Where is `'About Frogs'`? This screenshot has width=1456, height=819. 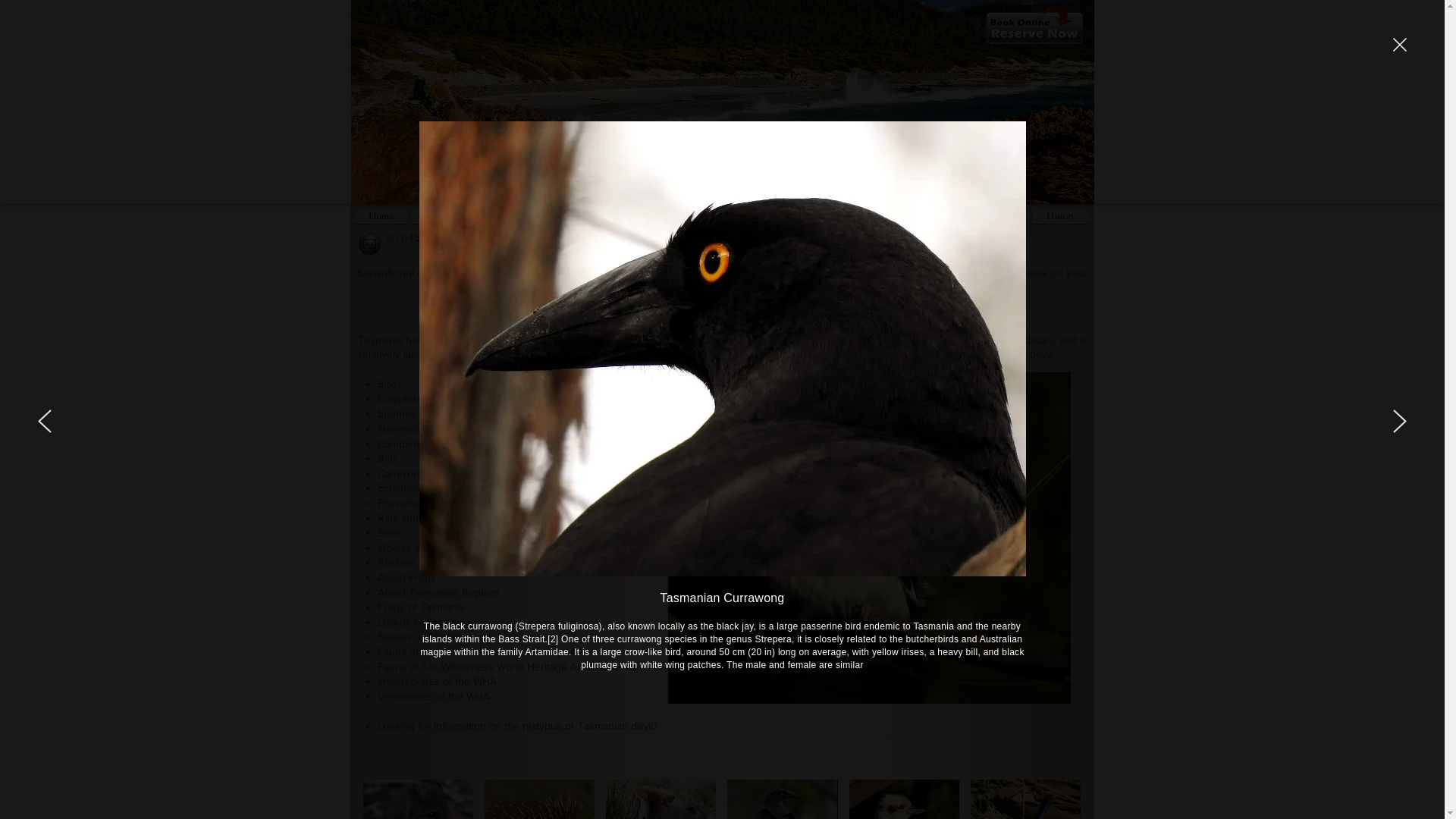 'About Frogs' is located at coordinates (406, 576).